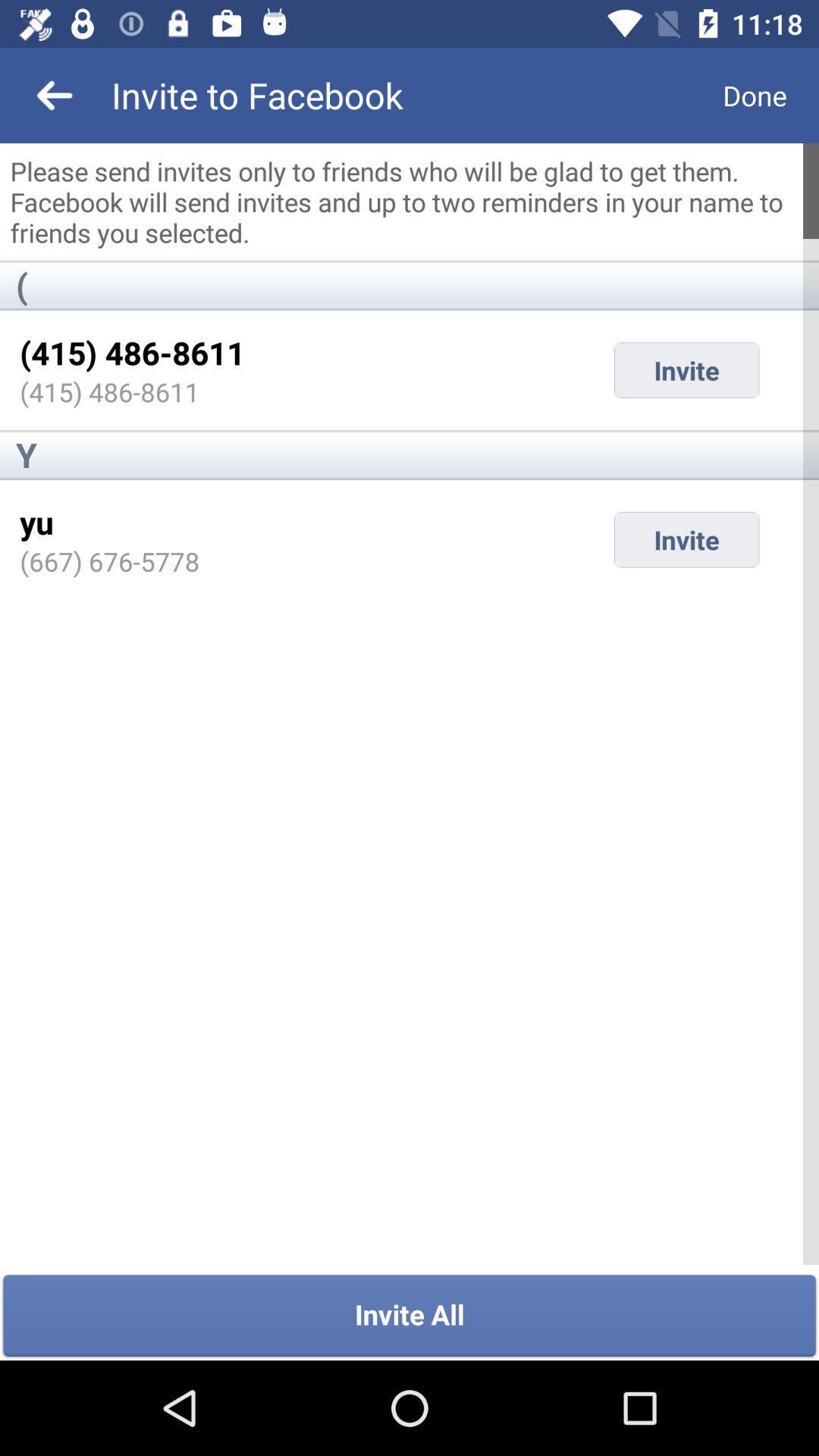 The image size is (819, 1456). Describe the element at coordinates (36, 522) in the screenshot. I see `icon to the left of invite icon` at that location.